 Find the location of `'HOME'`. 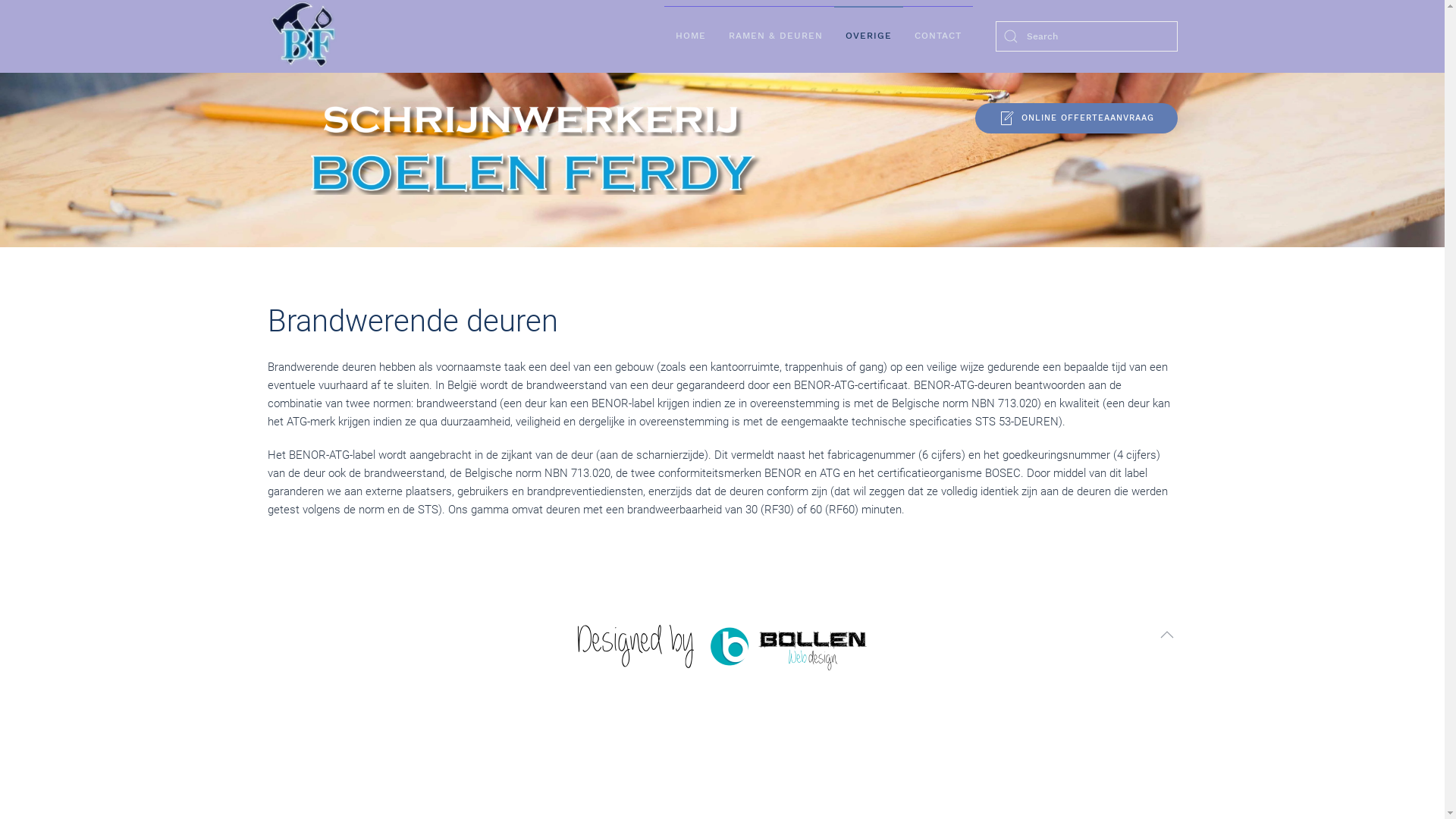

'HOME' is located at coordinates (690, 35).